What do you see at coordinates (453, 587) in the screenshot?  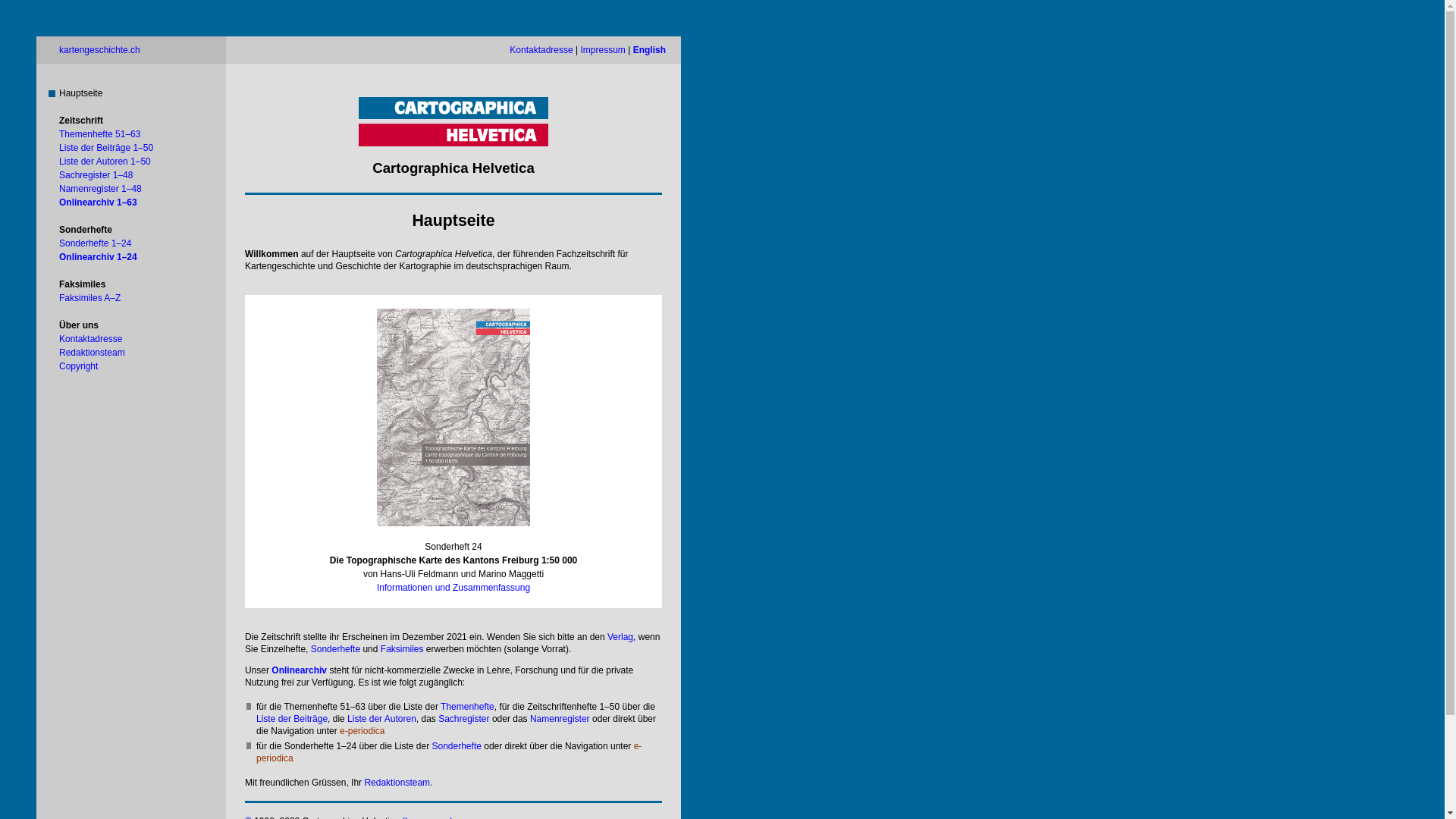 I see `'Informationen und Zusammenfassung'` at bounding box center [453, 587].